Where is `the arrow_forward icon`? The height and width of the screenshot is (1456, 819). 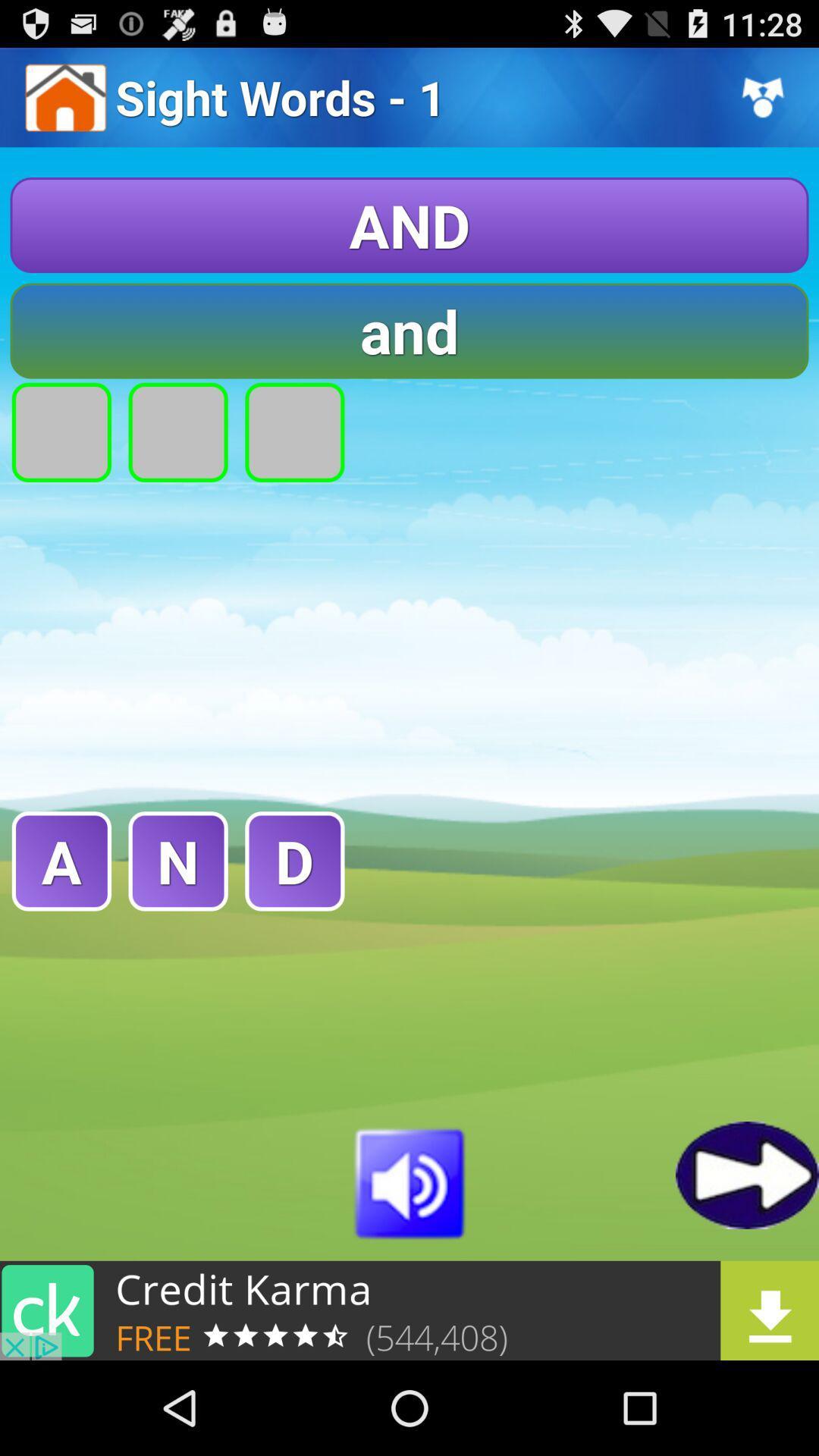
the arrow_forward icon is located at coordinates (746, 1257).